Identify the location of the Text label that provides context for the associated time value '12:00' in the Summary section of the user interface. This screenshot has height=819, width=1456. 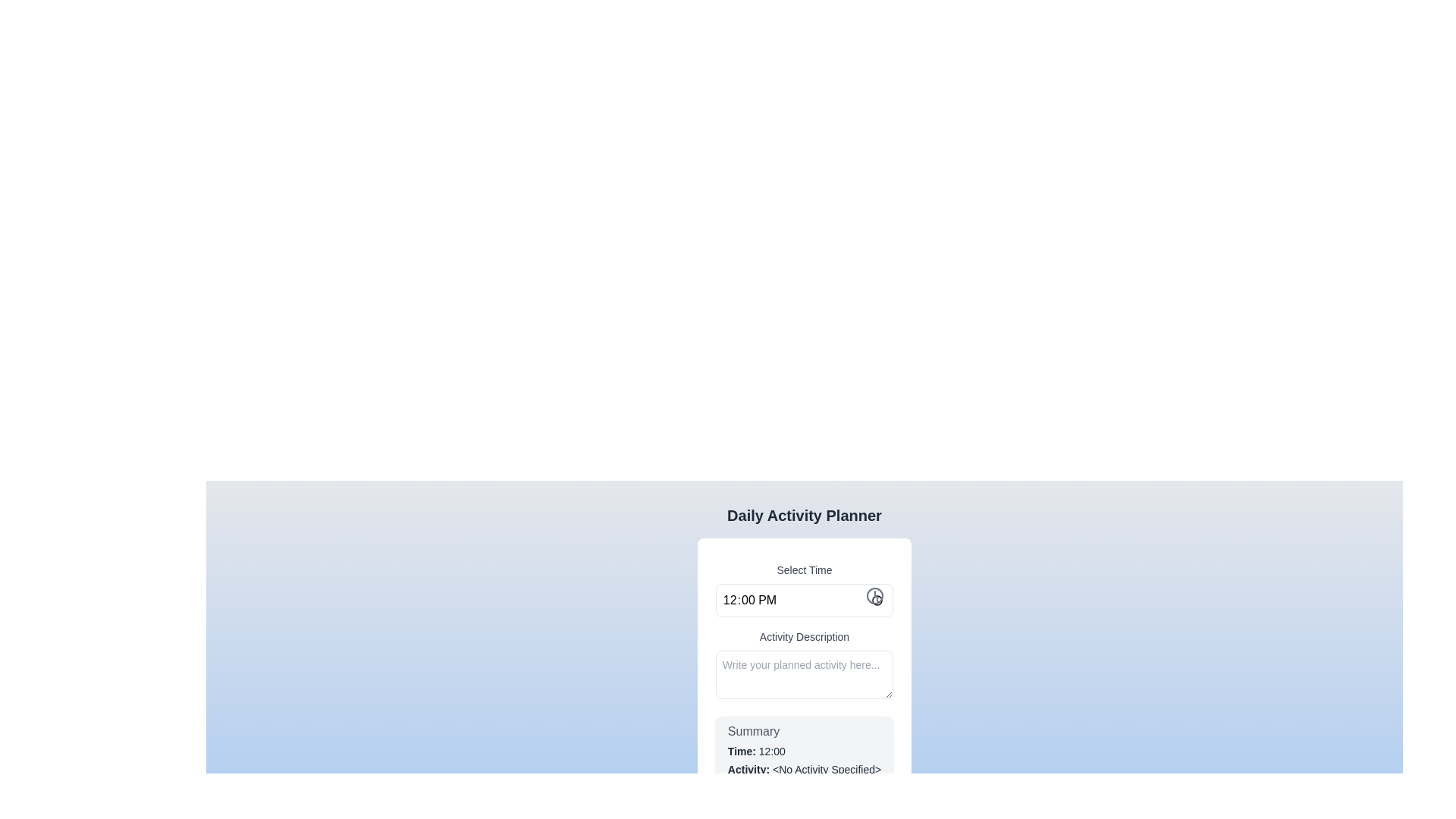
(743, 752).